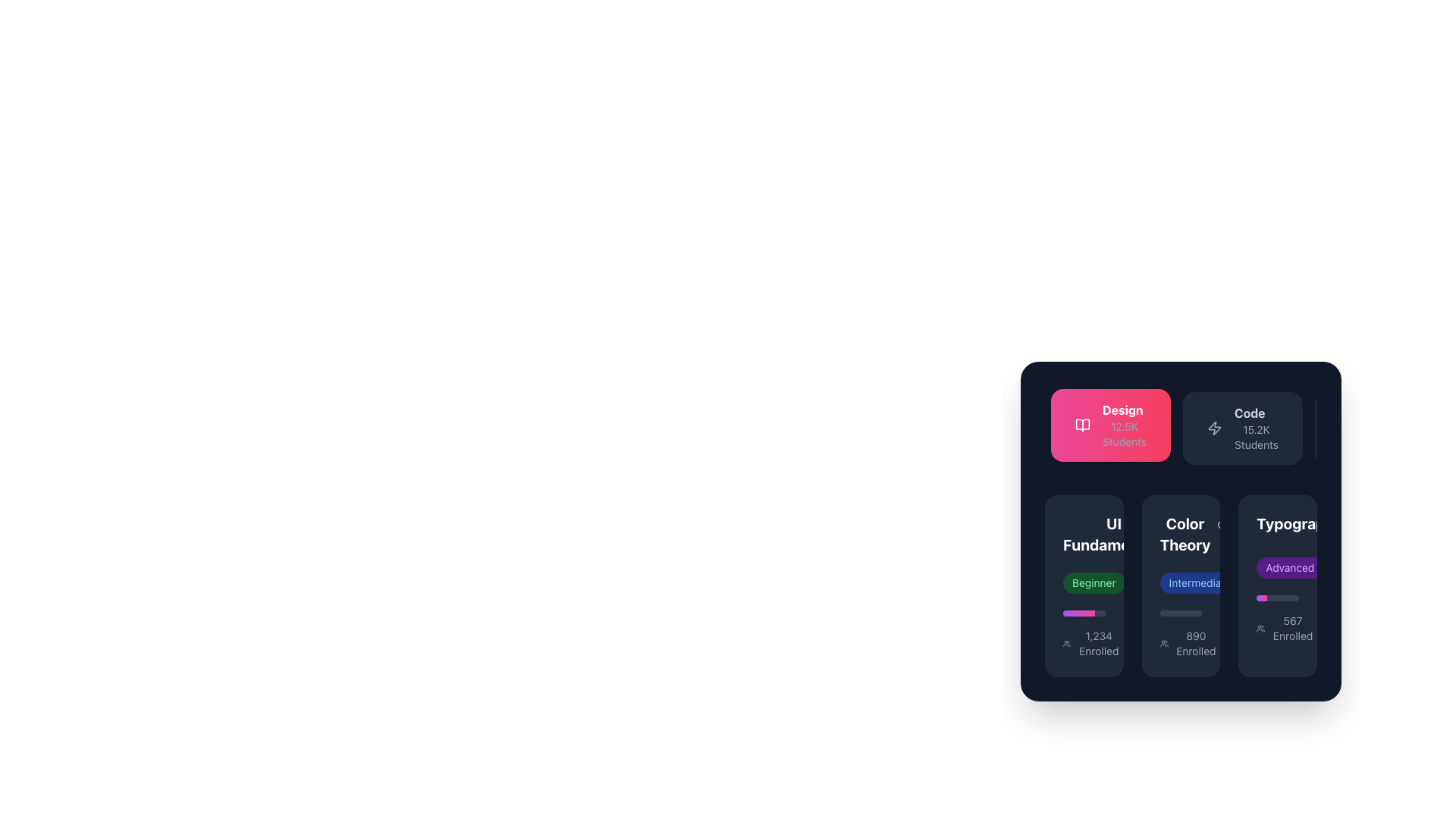  Describe the element at coordinates (1141, 582) in the screenshot. I see `the circular clock icon, which features a minimalistic design with clock hands inside, located to the left of the text '2h 15m'` at that location.